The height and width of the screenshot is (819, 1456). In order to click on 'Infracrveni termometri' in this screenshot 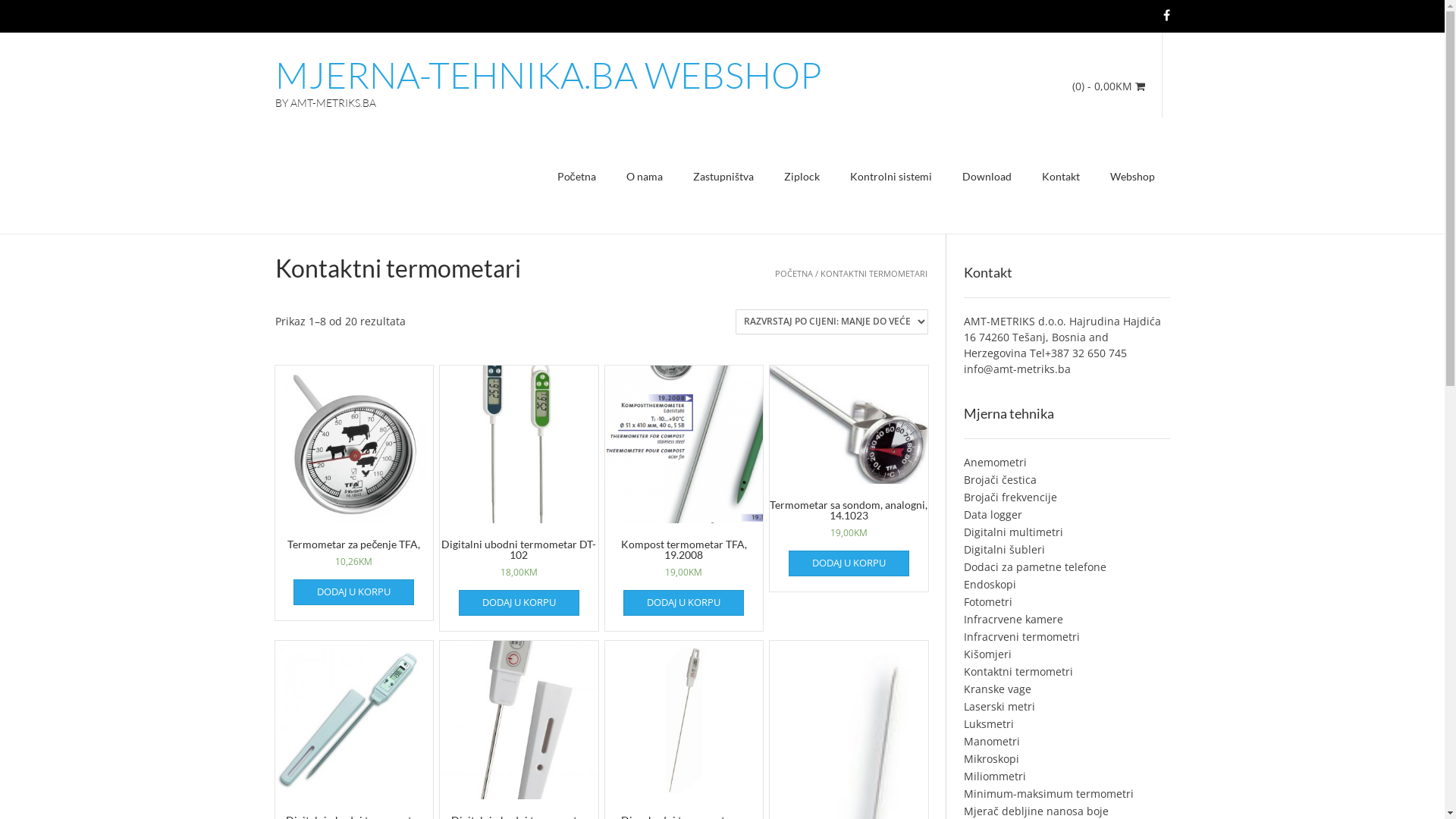, I will do `click(1021, 636)`.